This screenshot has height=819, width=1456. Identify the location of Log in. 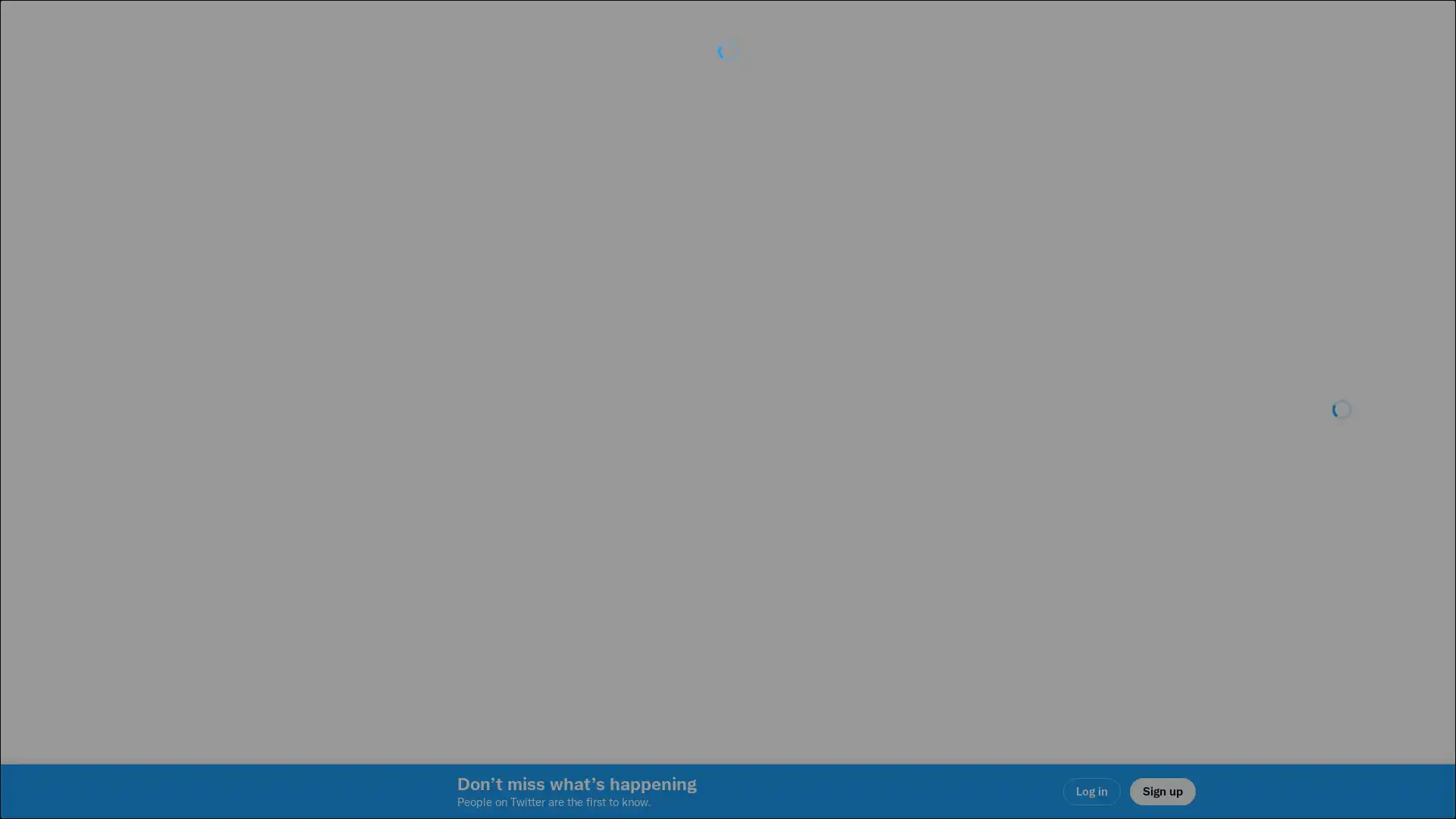
(910, 516).